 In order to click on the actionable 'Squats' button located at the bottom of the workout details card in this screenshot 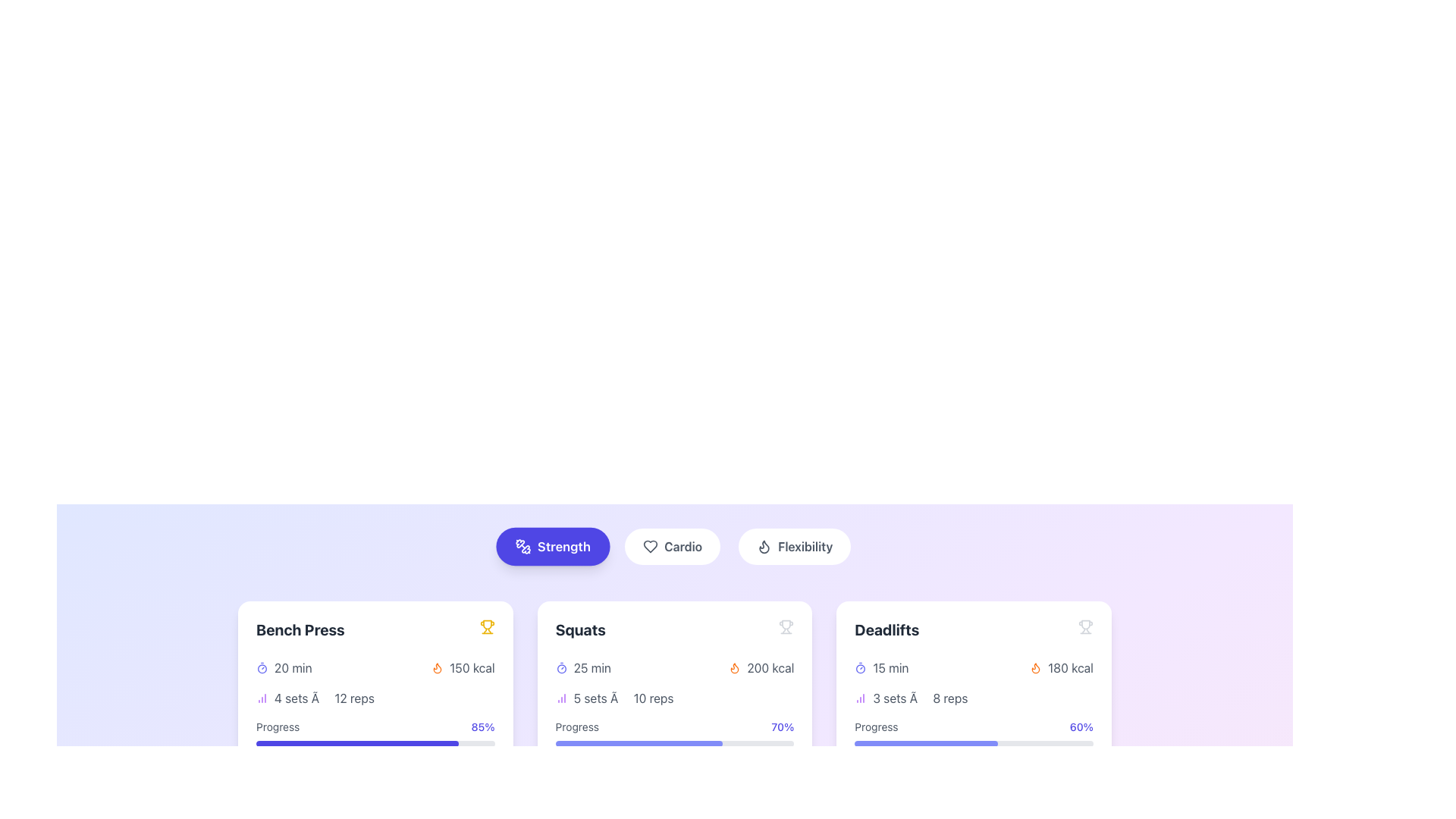, I will do `click(673, 774)`.